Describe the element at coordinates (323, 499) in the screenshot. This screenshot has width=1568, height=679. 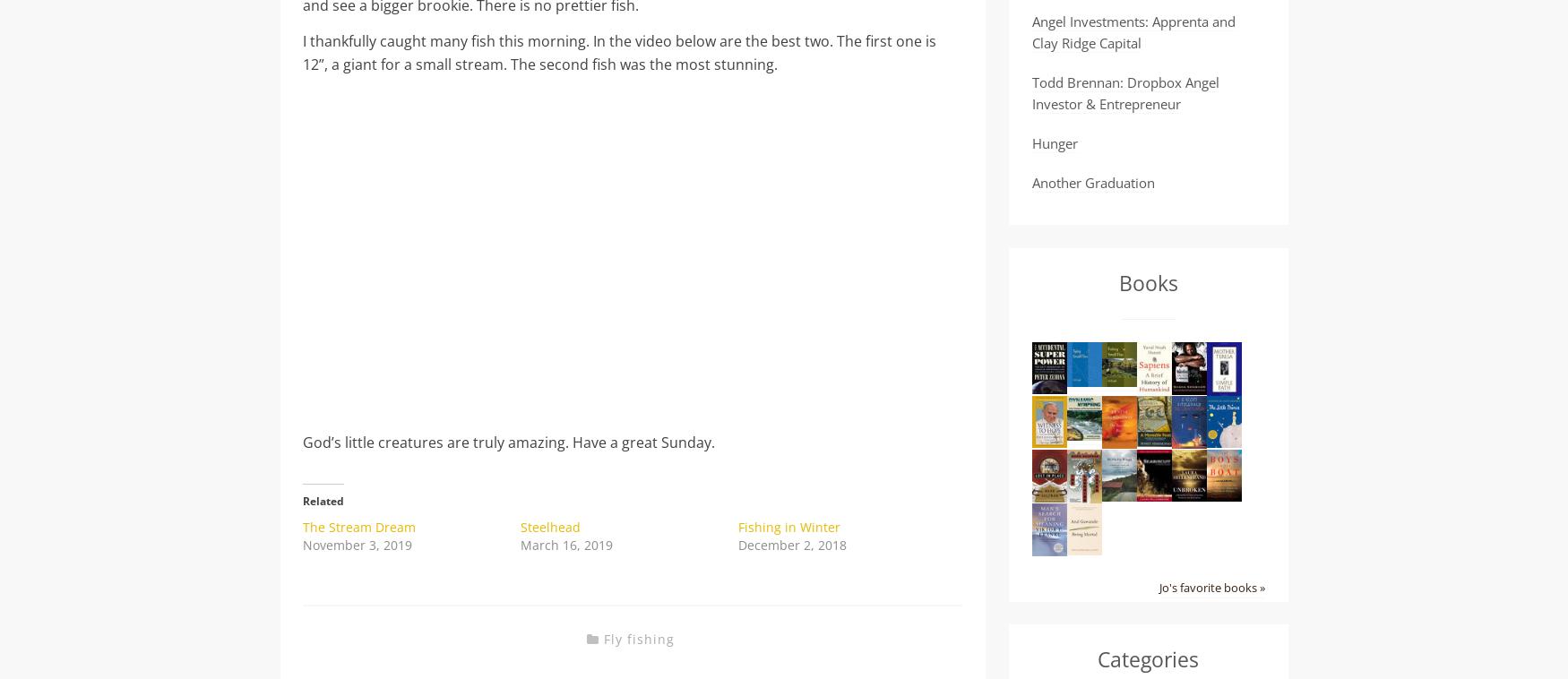
I see `'Related'` at that location.